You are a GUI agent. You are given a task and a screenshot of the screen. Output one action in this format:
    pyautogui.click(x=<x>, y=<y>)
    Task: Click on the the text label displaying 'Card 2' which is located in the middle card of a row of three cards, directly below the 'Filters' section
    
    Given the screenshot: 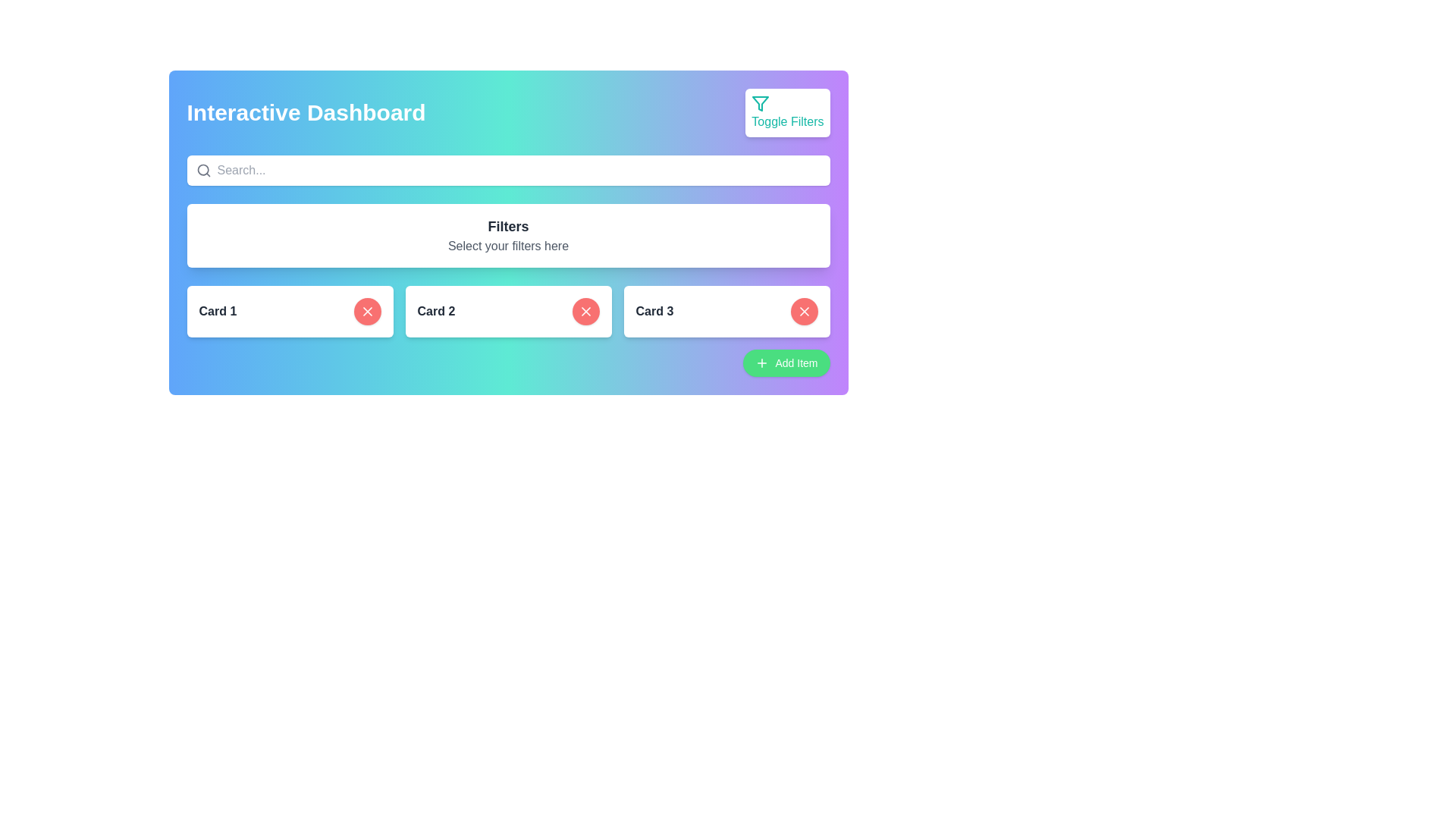 What is the action you would take?
    pyautogui.click(x=435, y=311)
    